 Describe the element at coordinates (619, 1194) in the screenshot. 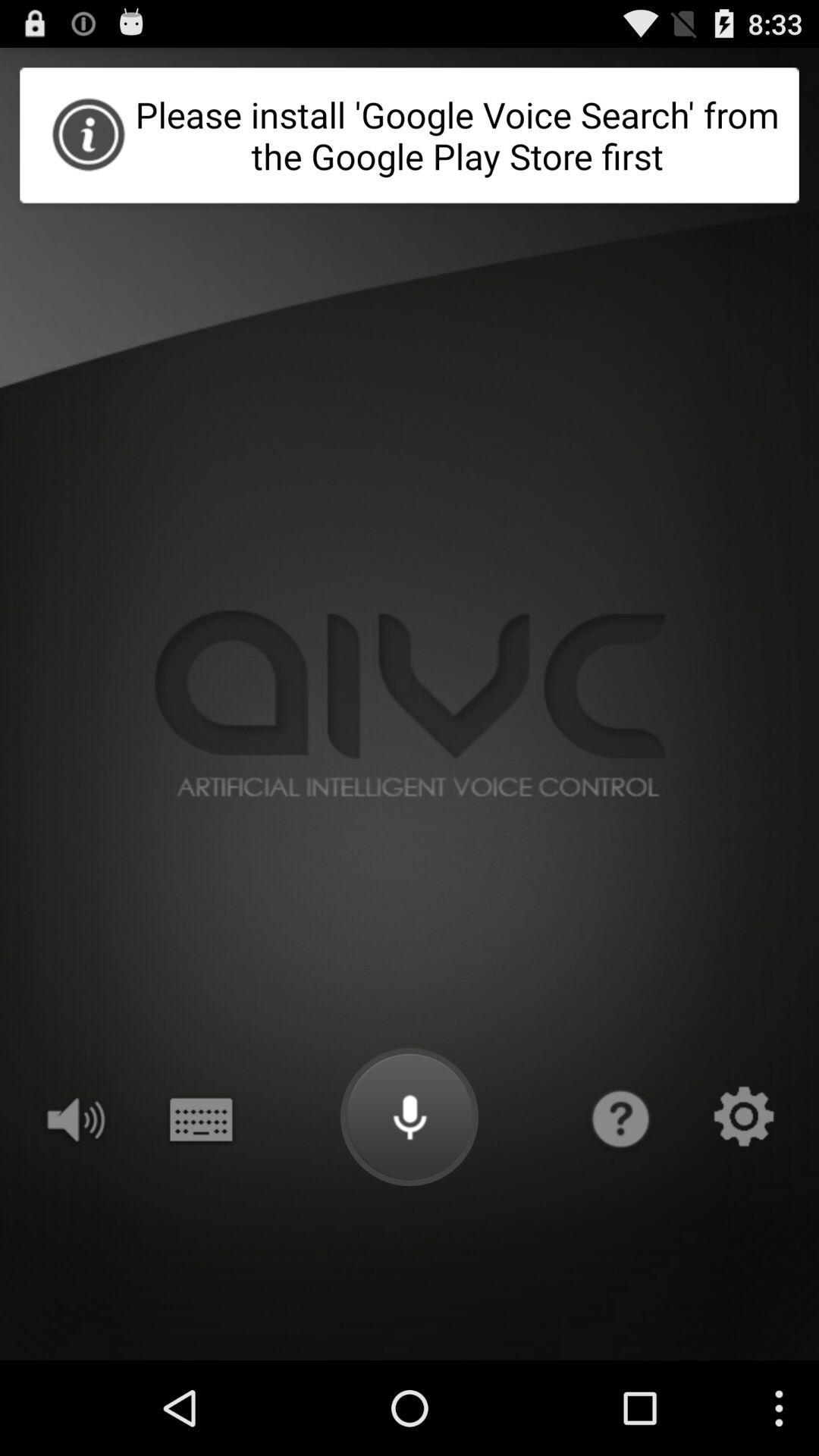

I see `the help icon` at that location.